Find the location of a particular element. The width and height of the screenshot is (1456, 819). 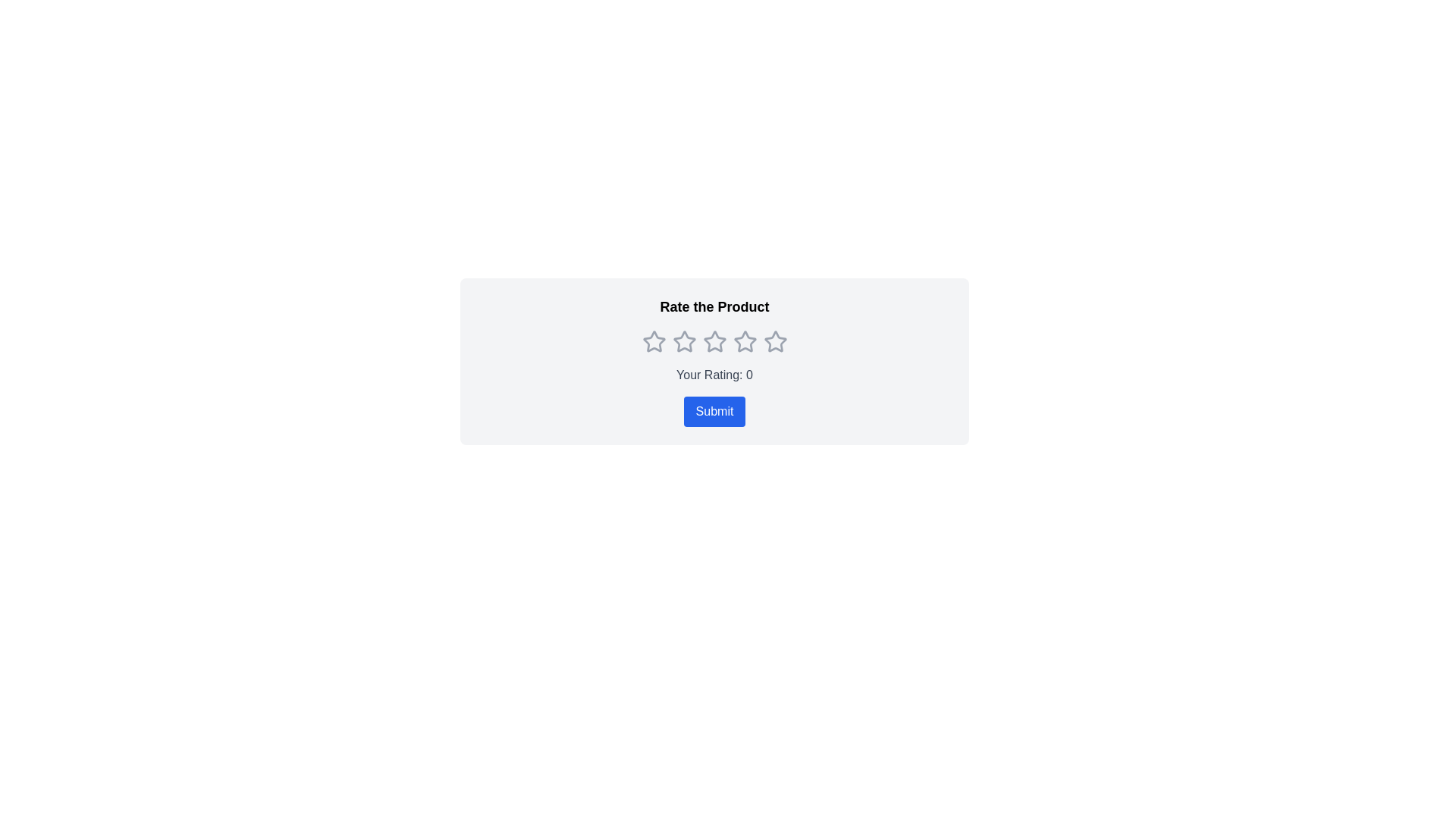

the third star icon in the row of five rating stars is located at coordinates (714, 342).